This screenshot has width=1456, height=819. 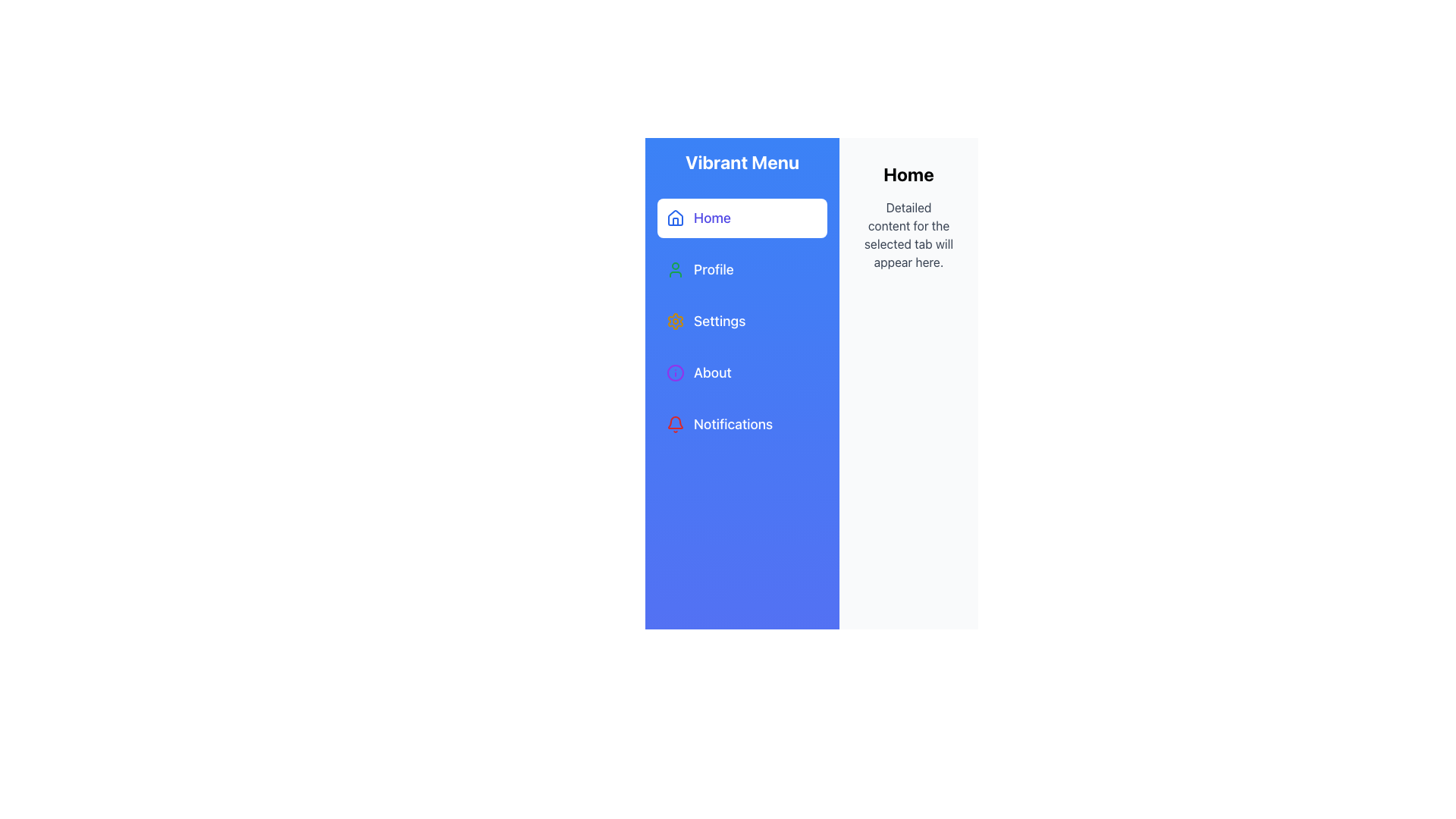 What do you see at coordinates (675, 218) in the screenshot?
I see `the house-shaped icon within the 'Home' menu item` at bounding box center [675, 218].